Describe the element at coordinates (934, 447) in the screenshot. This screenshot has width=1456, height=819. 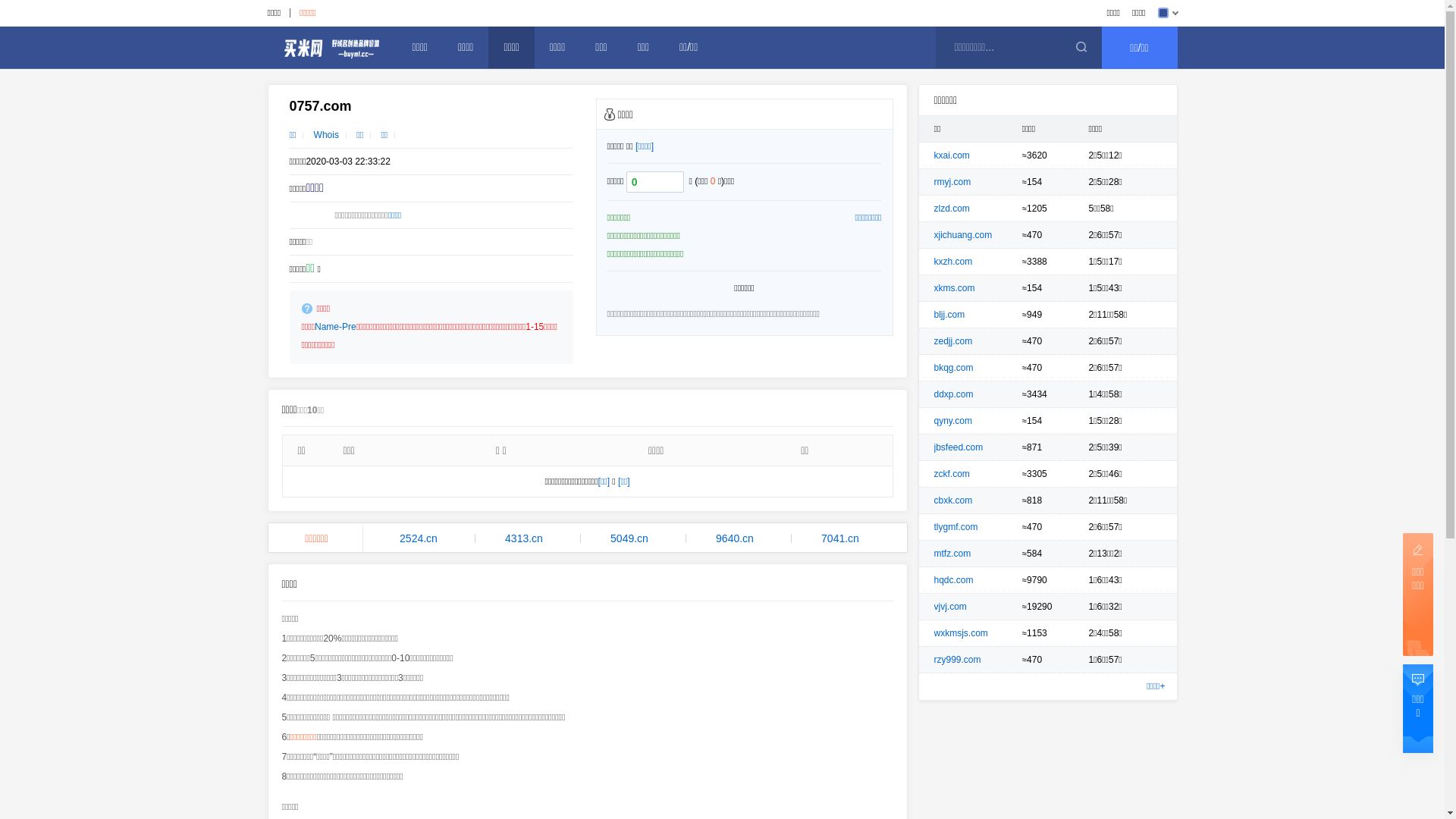
I see `'jbsfeed.com'` at that location.